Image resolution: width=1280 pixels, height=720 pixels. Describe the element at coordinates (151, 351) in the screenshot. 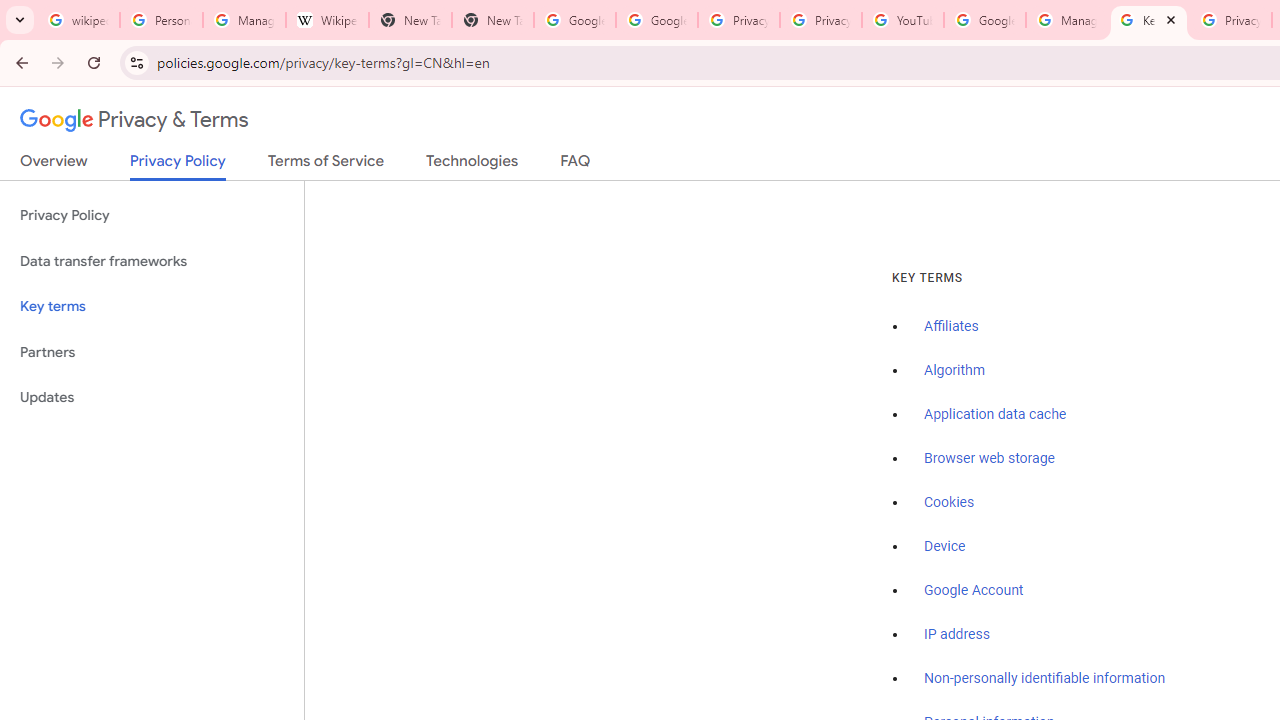

I see `'Partners'` at that location.